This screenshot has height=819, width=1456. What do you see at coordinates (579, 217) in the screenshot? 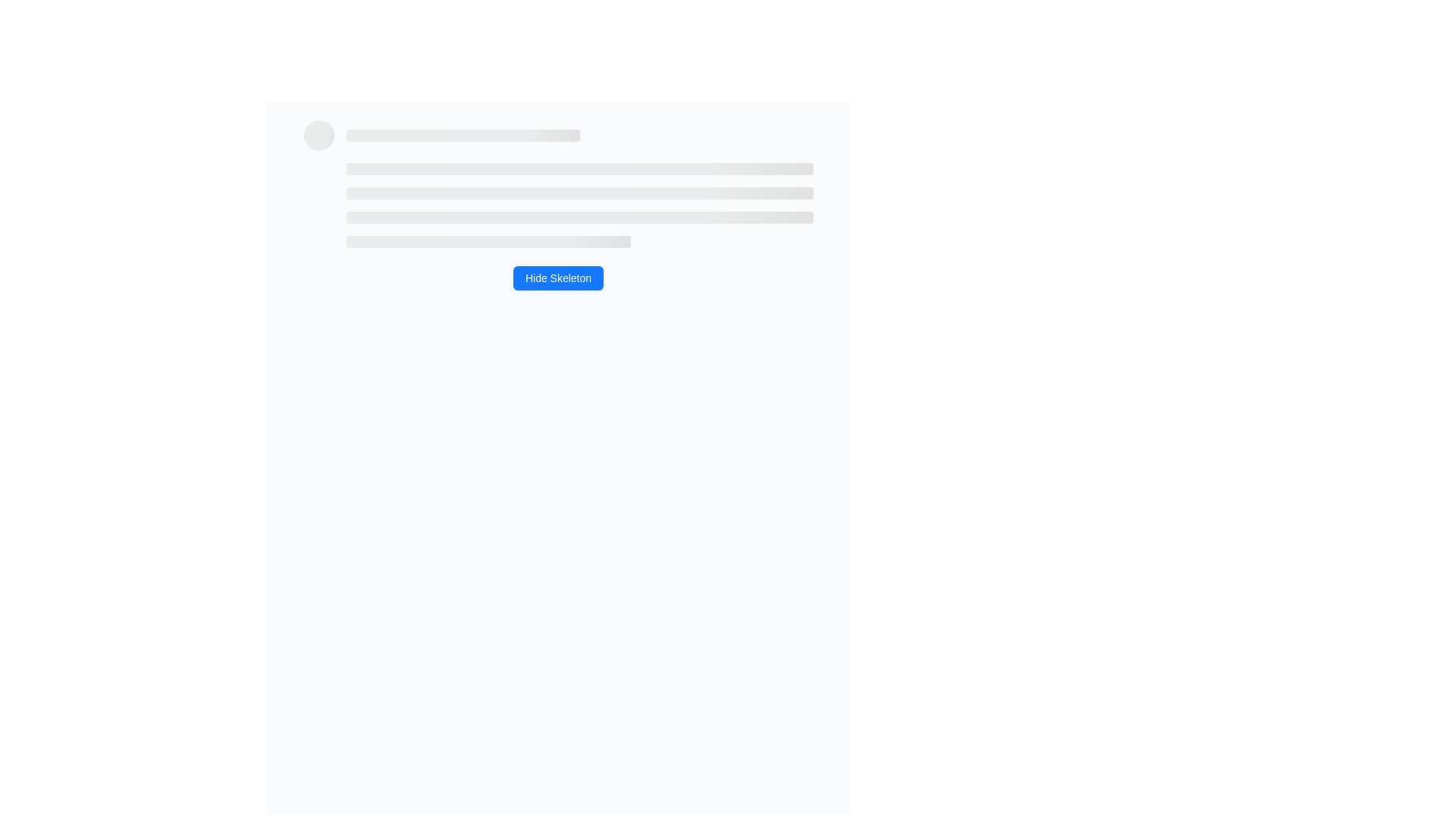
I see `the third Skeleton loading placeholder, which is a long rectangular bar in a vertical list, positioned centrally below the second bar and above the fourth bar` at bounding box center [579, 217].